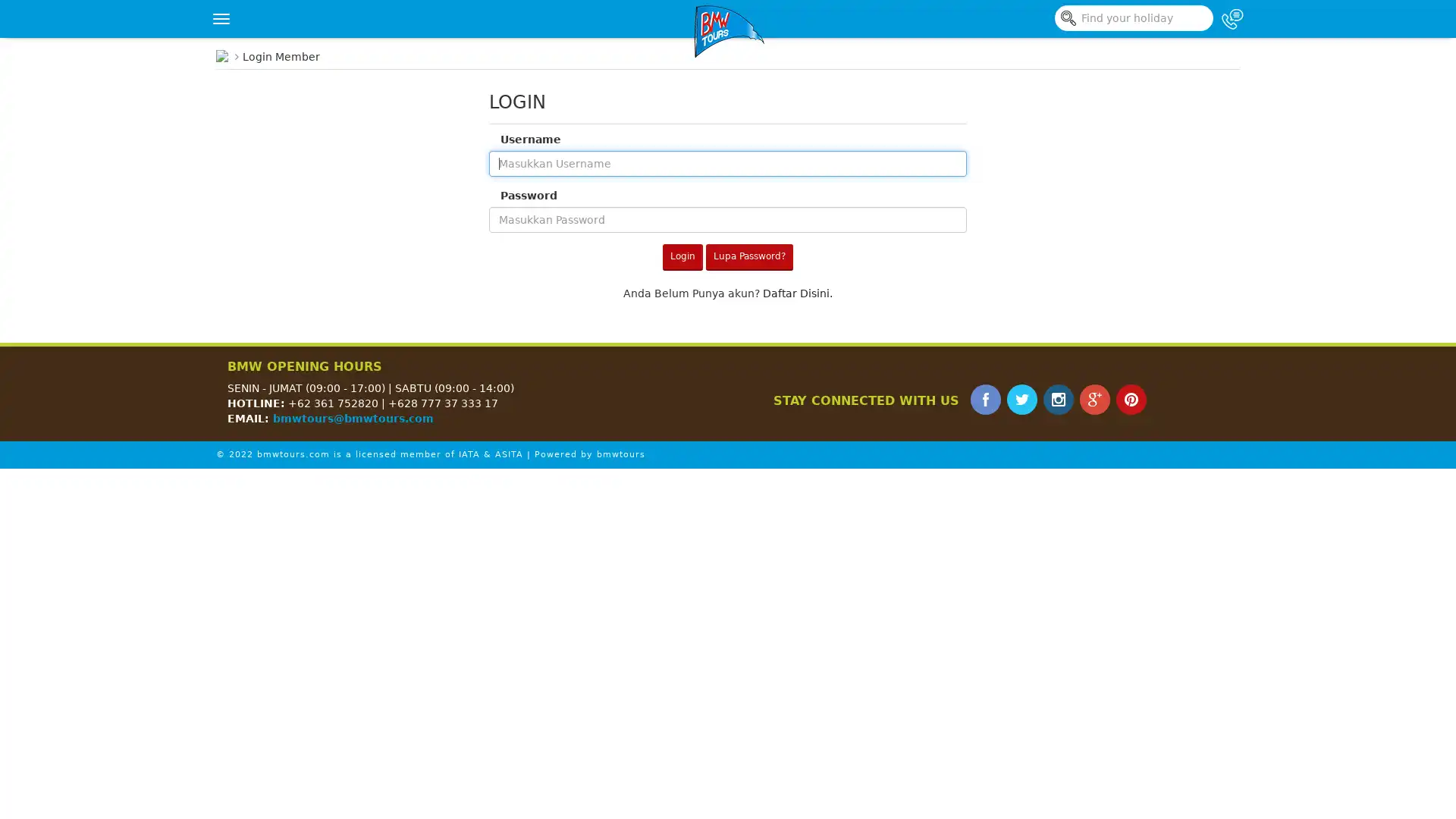  What do you see at coordinates (682, 256) in the screenshot?
I see `Login` at bounding box center [682, 256].